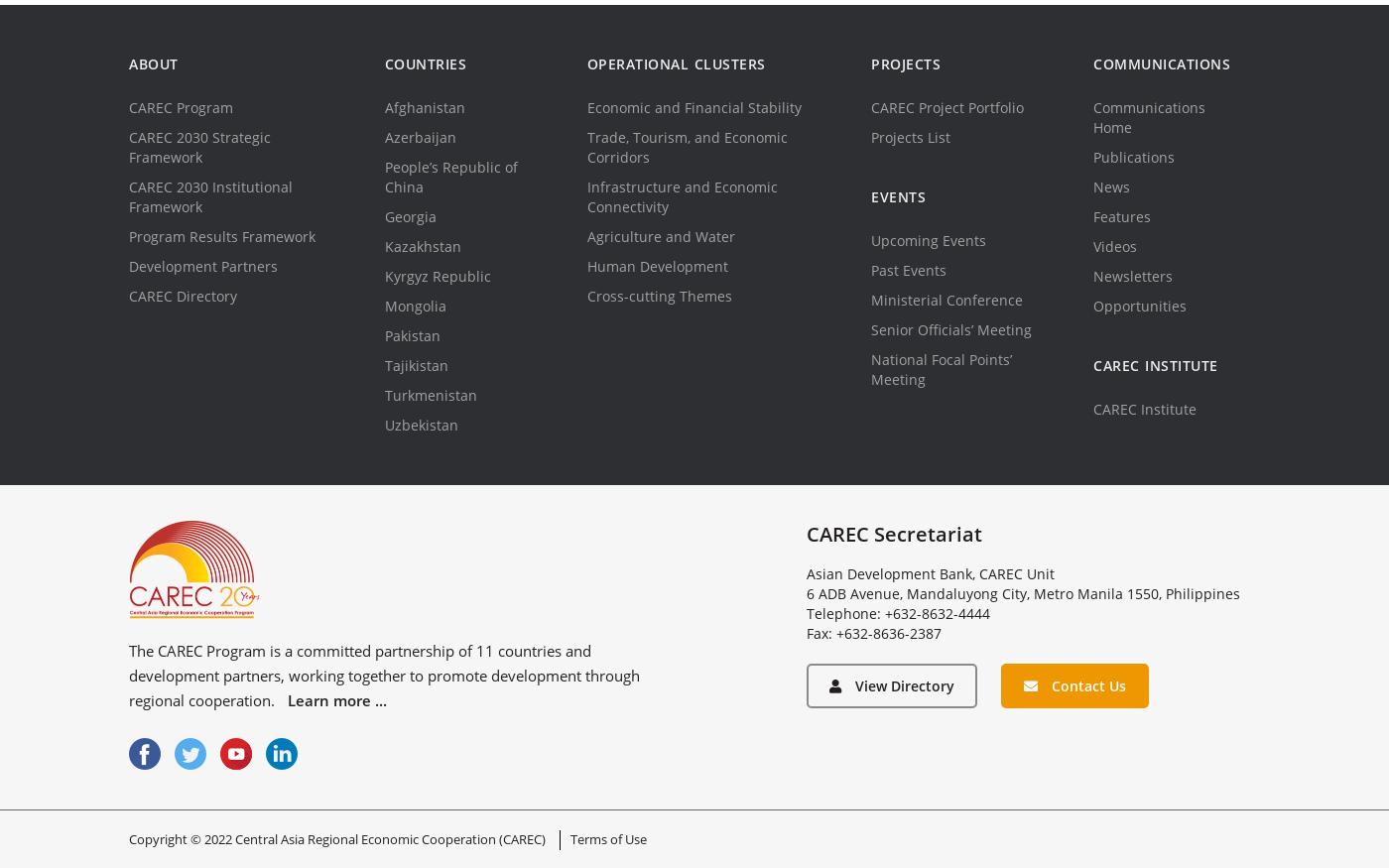  What do you see at coordinates (659, 295) in the screenshot?
I see `'Cross-cutting Themes'` at bounding box center [659, 295].